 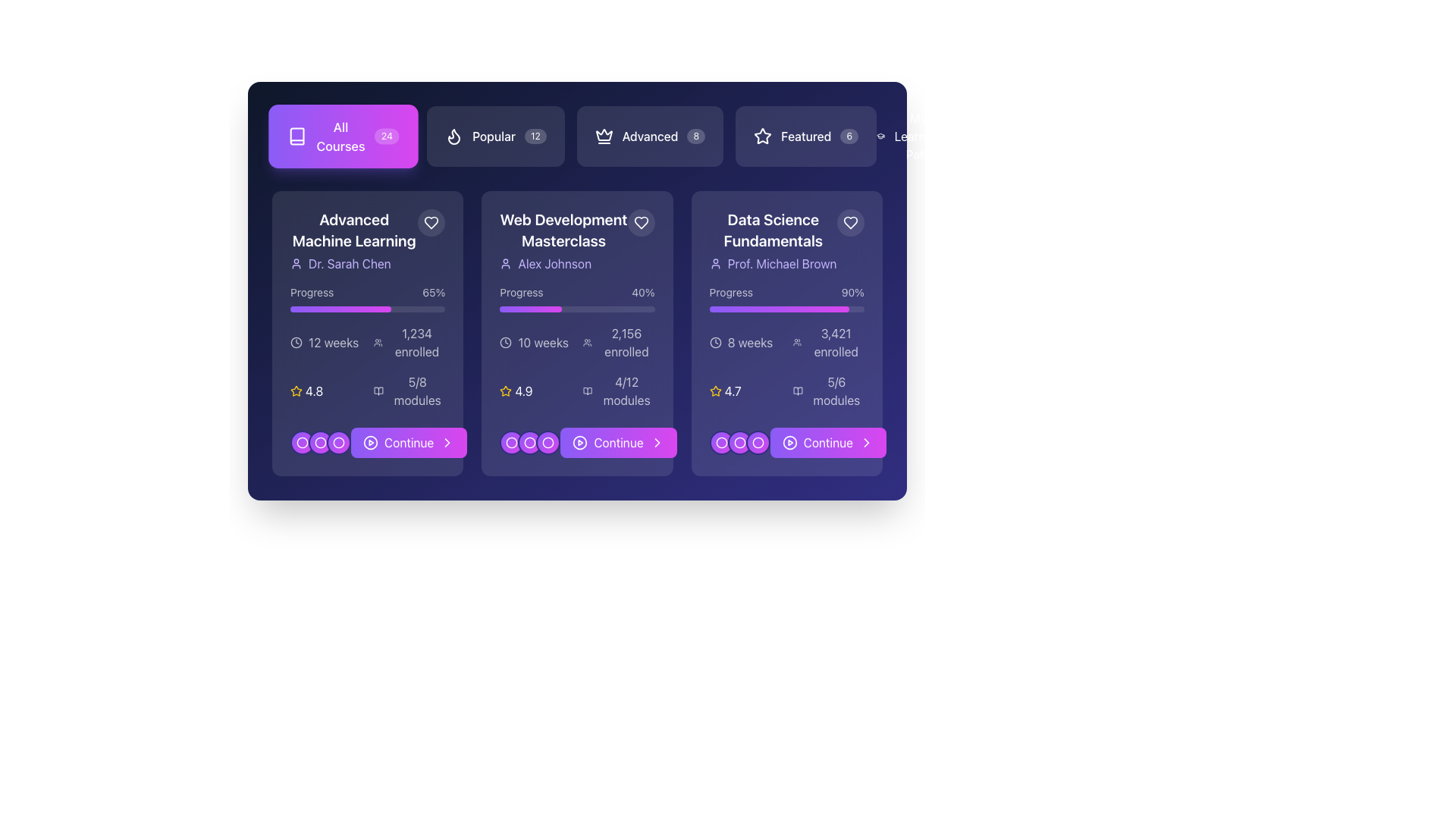 I want to click on the yellow star icon with a hollow interior and solid outline located next to the text '4.8' in the first card of the list for interaction feedback, so click(x=296, y=391).